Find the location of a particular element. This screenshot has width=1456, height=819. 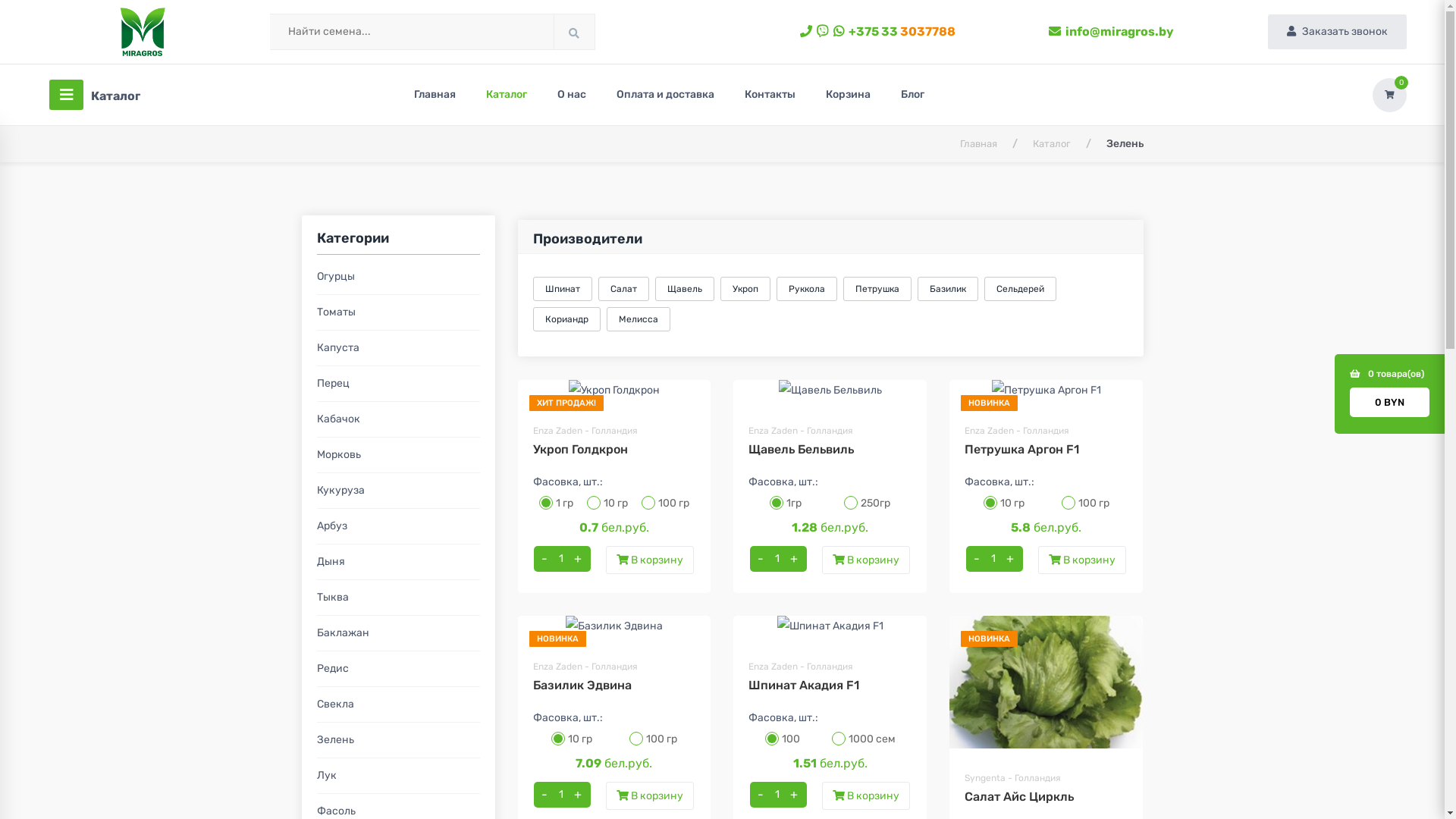

'info@miragros.by' is located at coordinates (1111, 32).